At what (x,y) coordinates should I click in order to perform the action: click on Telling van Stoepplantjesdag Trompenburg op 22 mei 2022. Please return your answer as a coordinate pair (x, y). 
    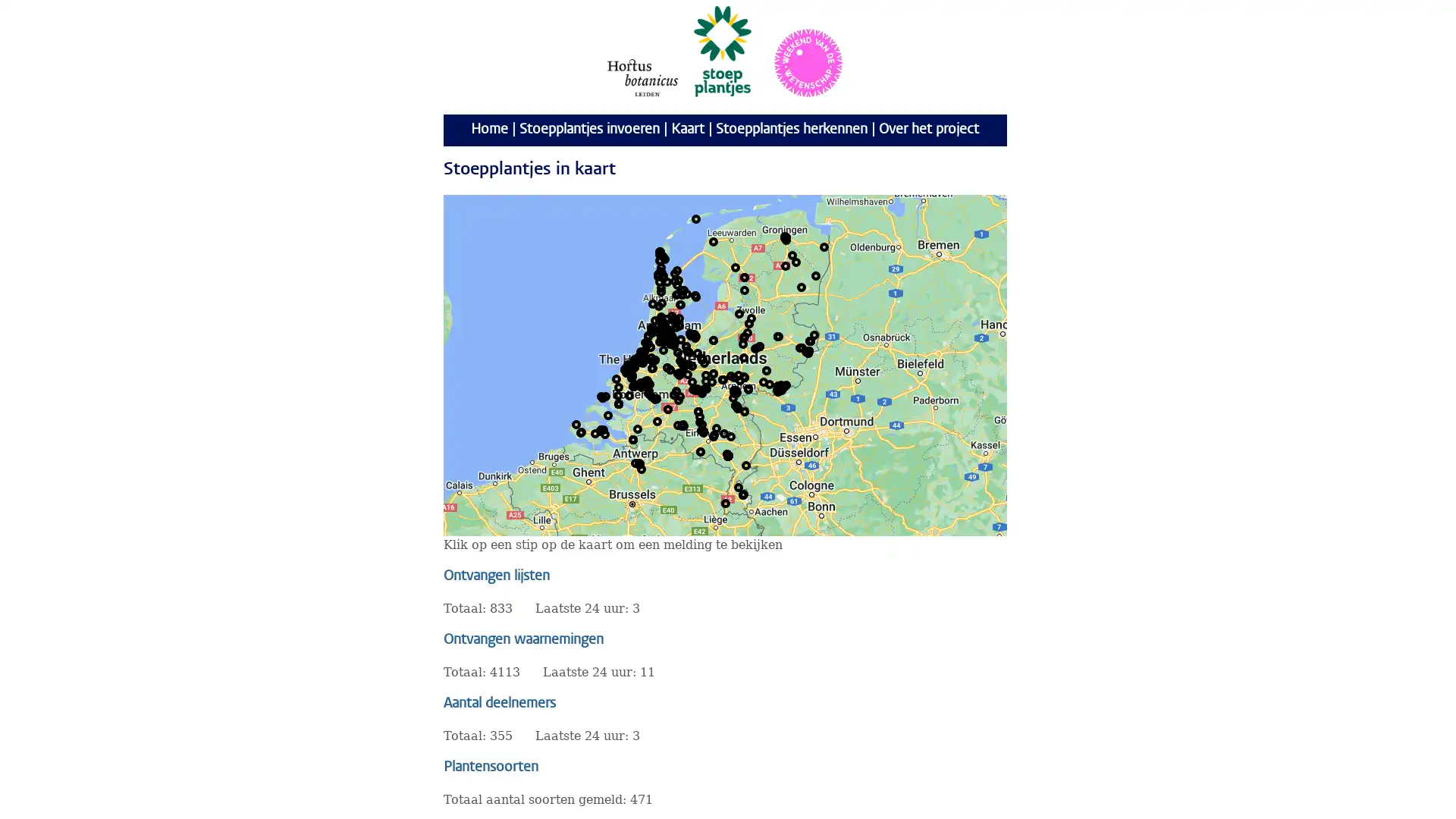
    Looking at the image, I should click on (643, 384).